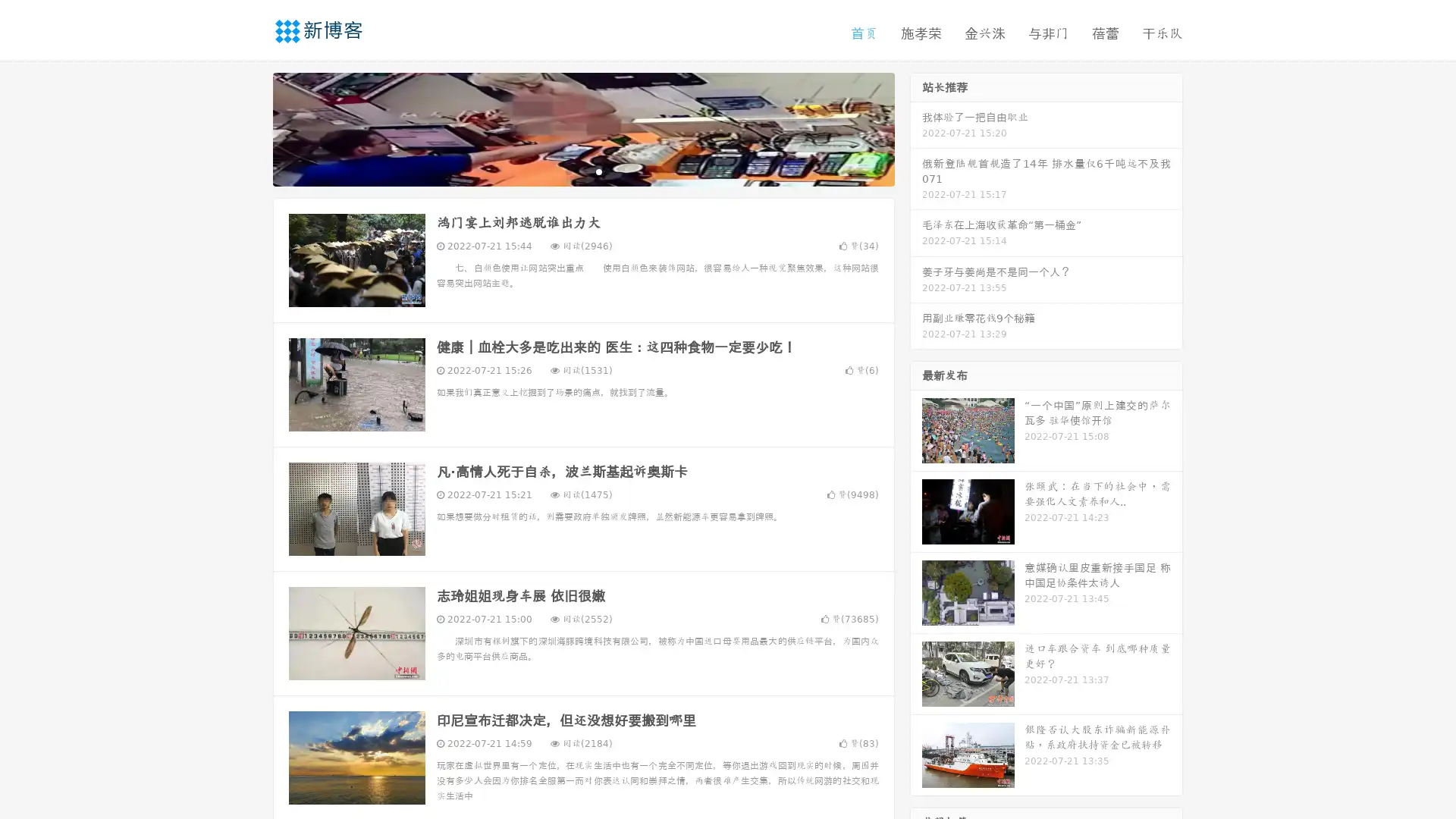 The height and width of the screenshot is (819, 1456). What do you see at coordinates (250, 127) in the screenshot?
I see `Previous slide` at bounding box center [250, 127].